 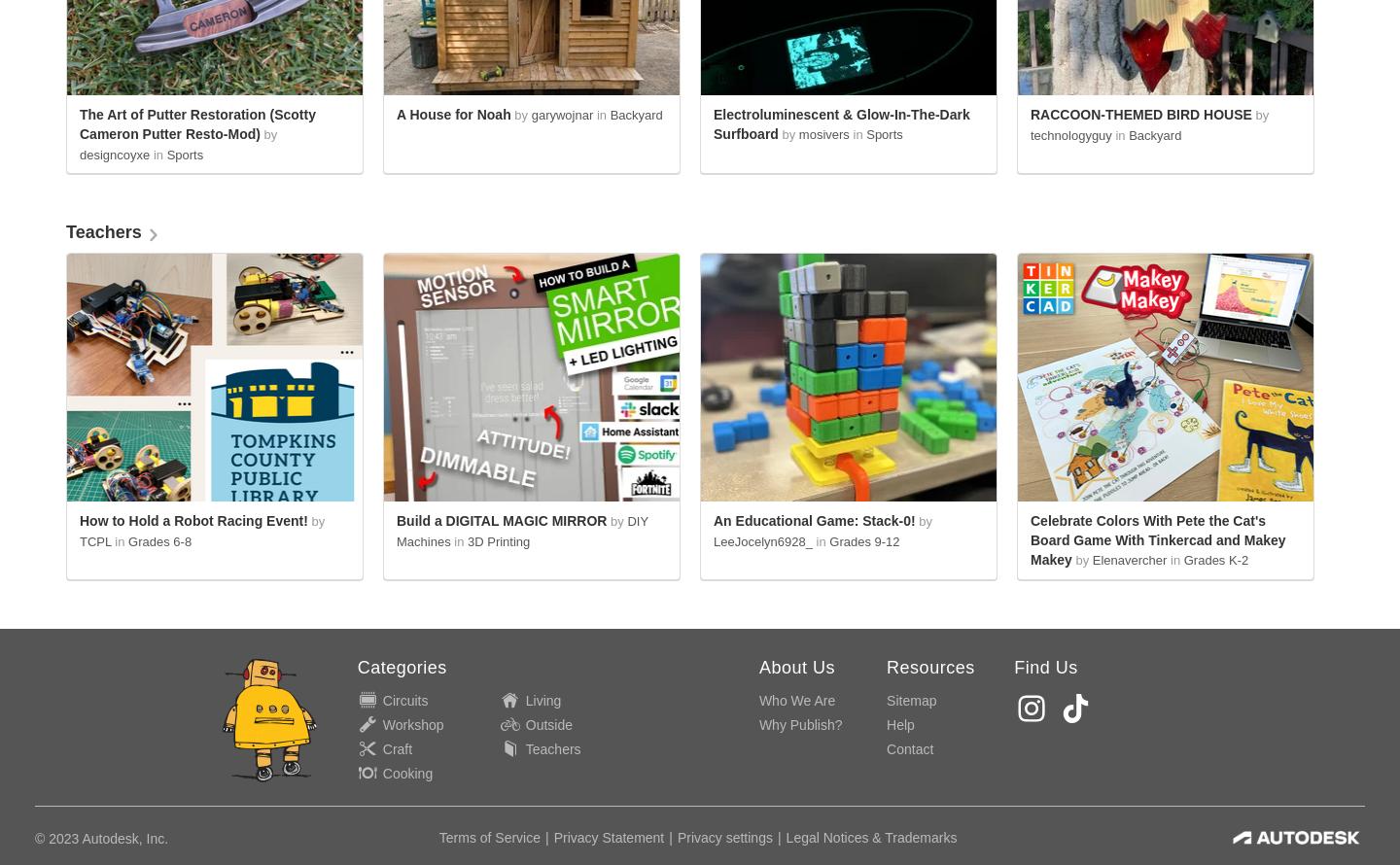 I want to click on 'Sitemap', so click(x=911, y=699).